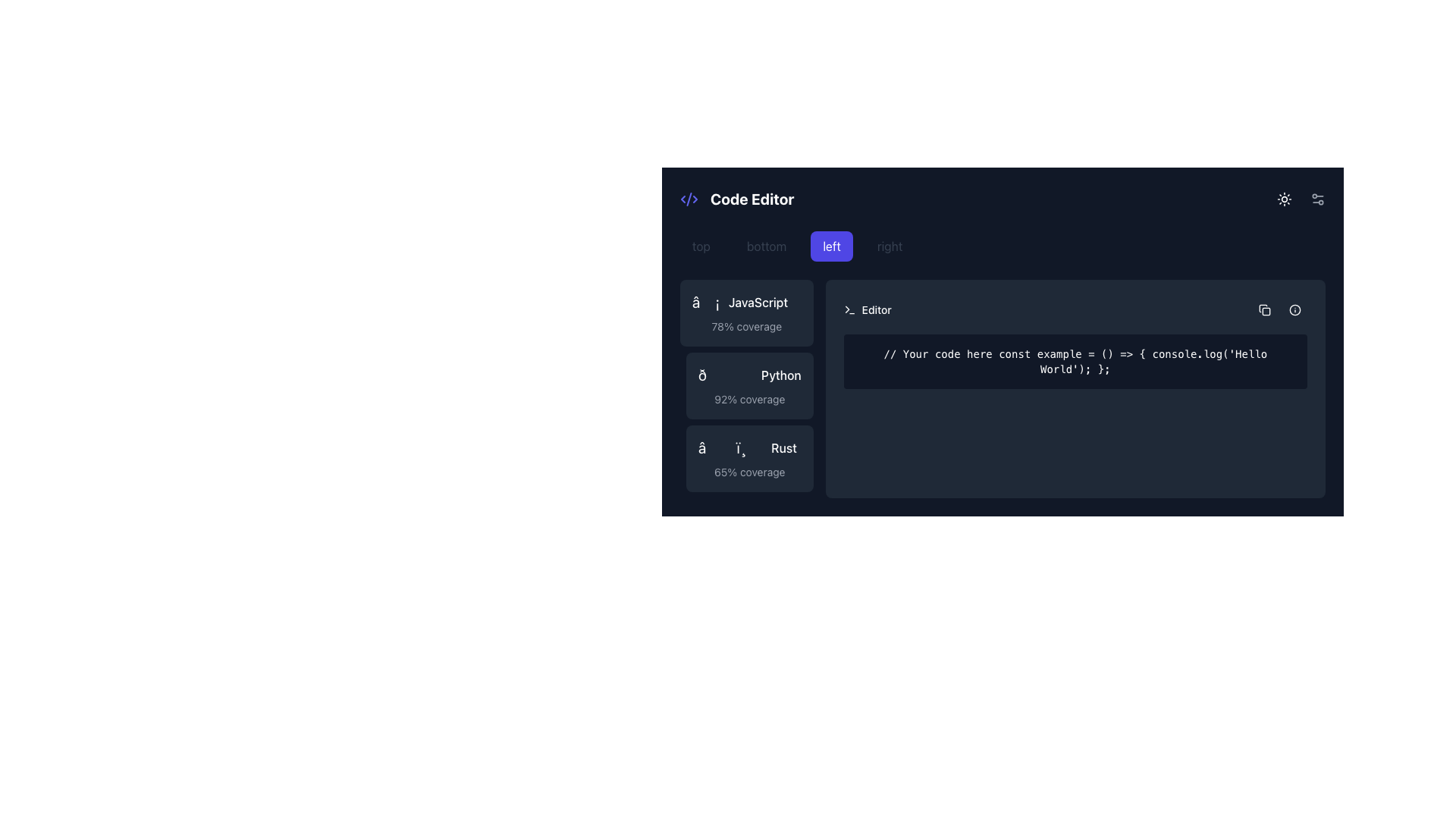  Describe the element at coordinates (1003, 342) in the screenshot. I see `the text within the dark-themed rectangular panel displaying JavaScript code for copying` at that location.